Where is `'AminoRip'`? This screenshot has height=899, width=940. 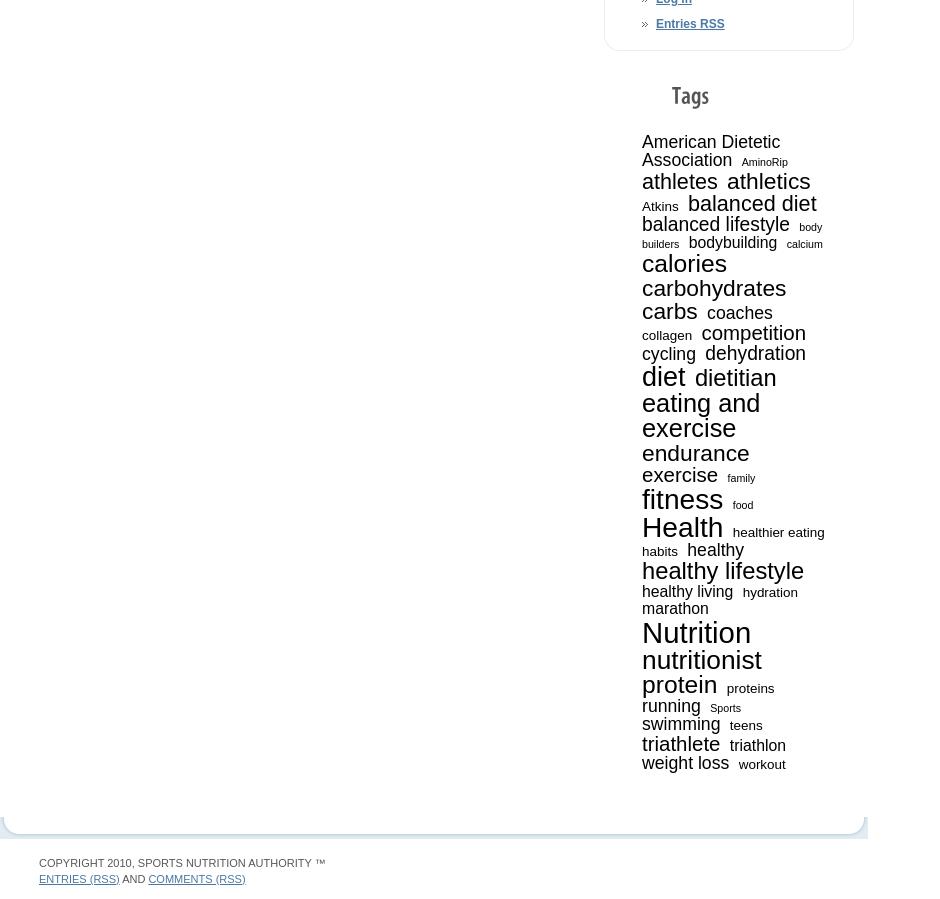
'AminoRip' is located at coordinates (763, 161).